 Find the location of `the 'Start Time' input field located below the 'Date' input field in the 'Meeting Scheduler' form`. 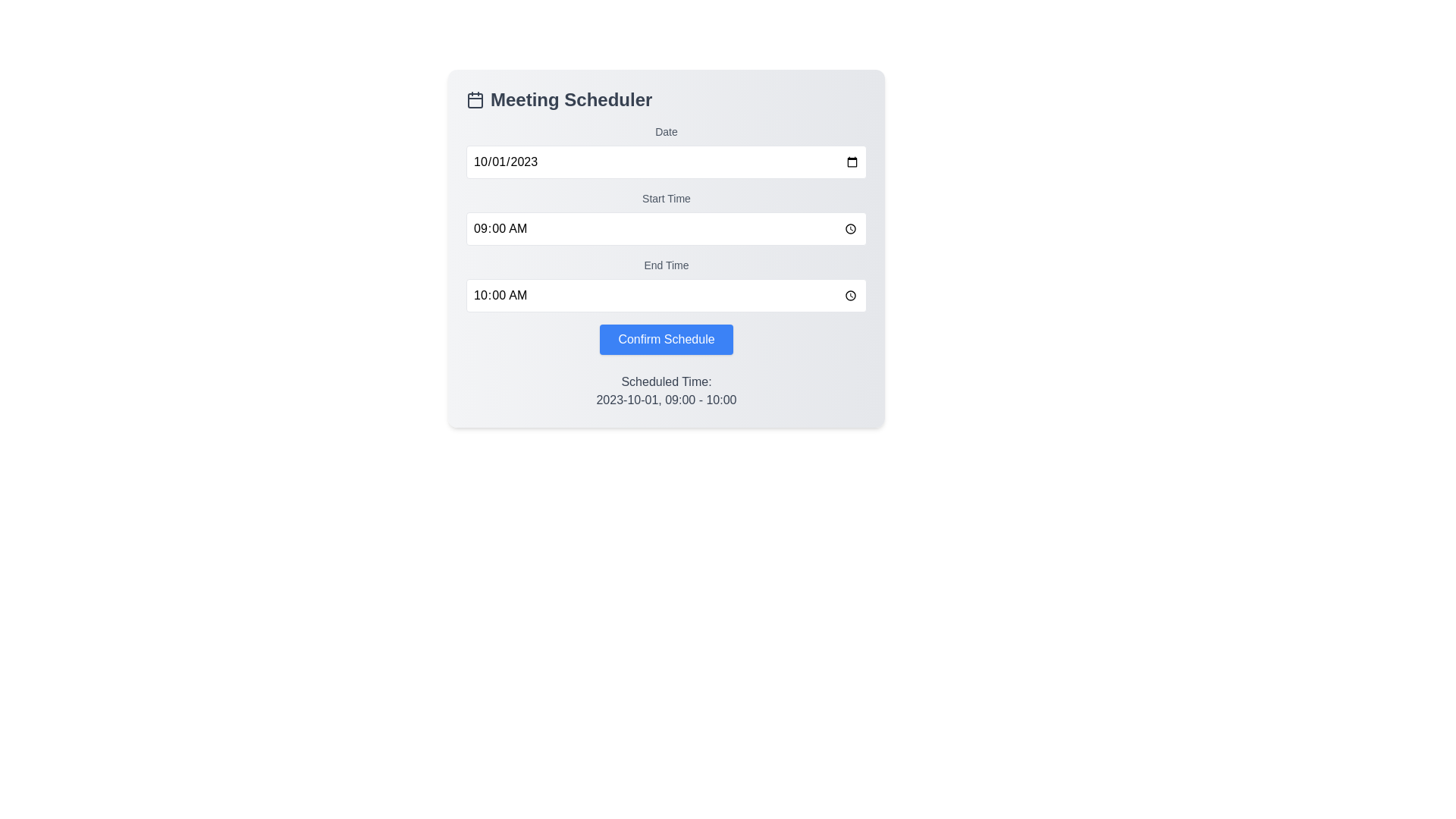

the 'Start Time' input field located below the 'Date' input field in the 'Meeting Scheduler' form is located at coordinates (666, 228).